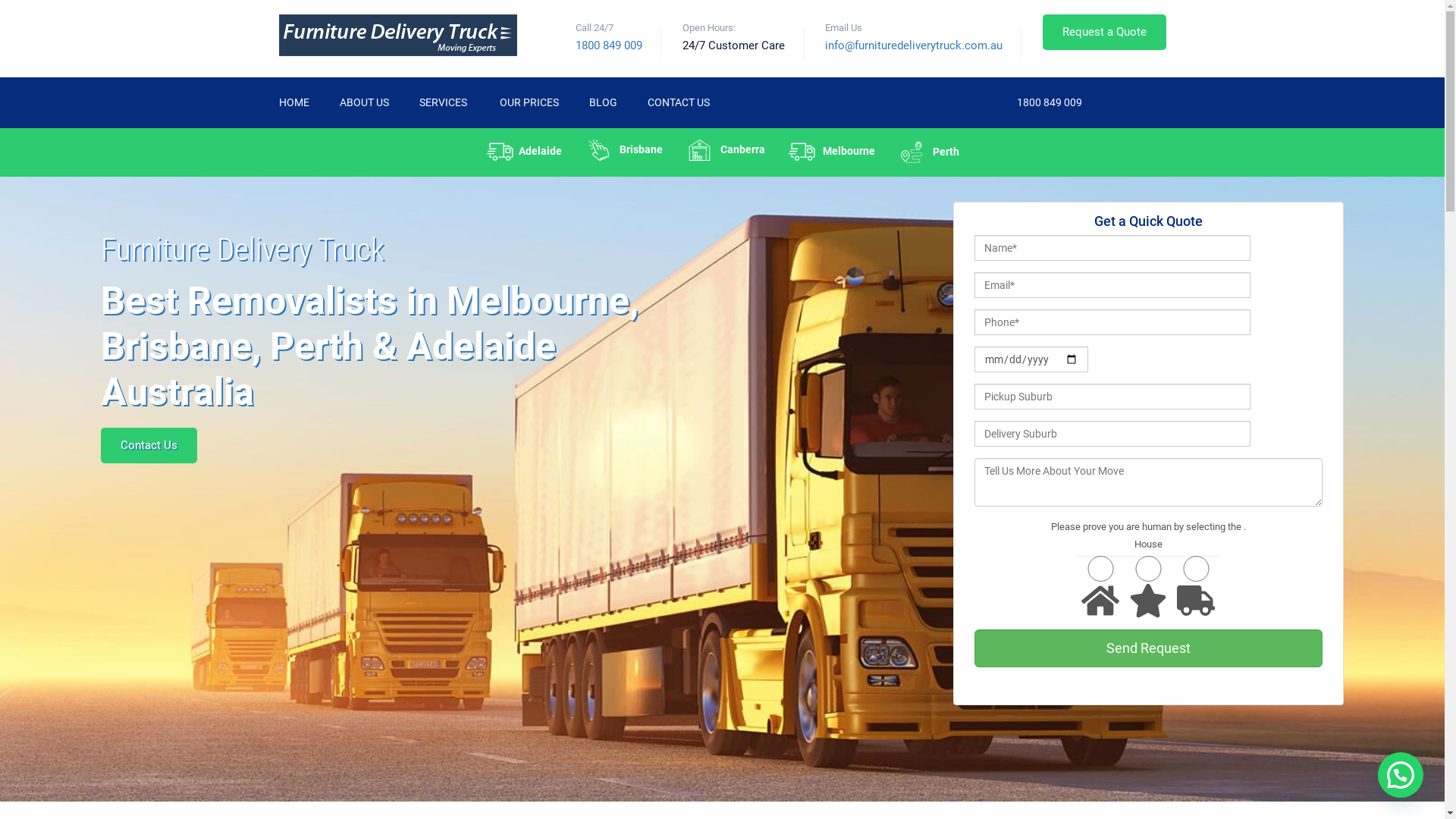  Describe the element at coordinates (623, 149) in the screenshot. I see `'Brisbane'` at that location.